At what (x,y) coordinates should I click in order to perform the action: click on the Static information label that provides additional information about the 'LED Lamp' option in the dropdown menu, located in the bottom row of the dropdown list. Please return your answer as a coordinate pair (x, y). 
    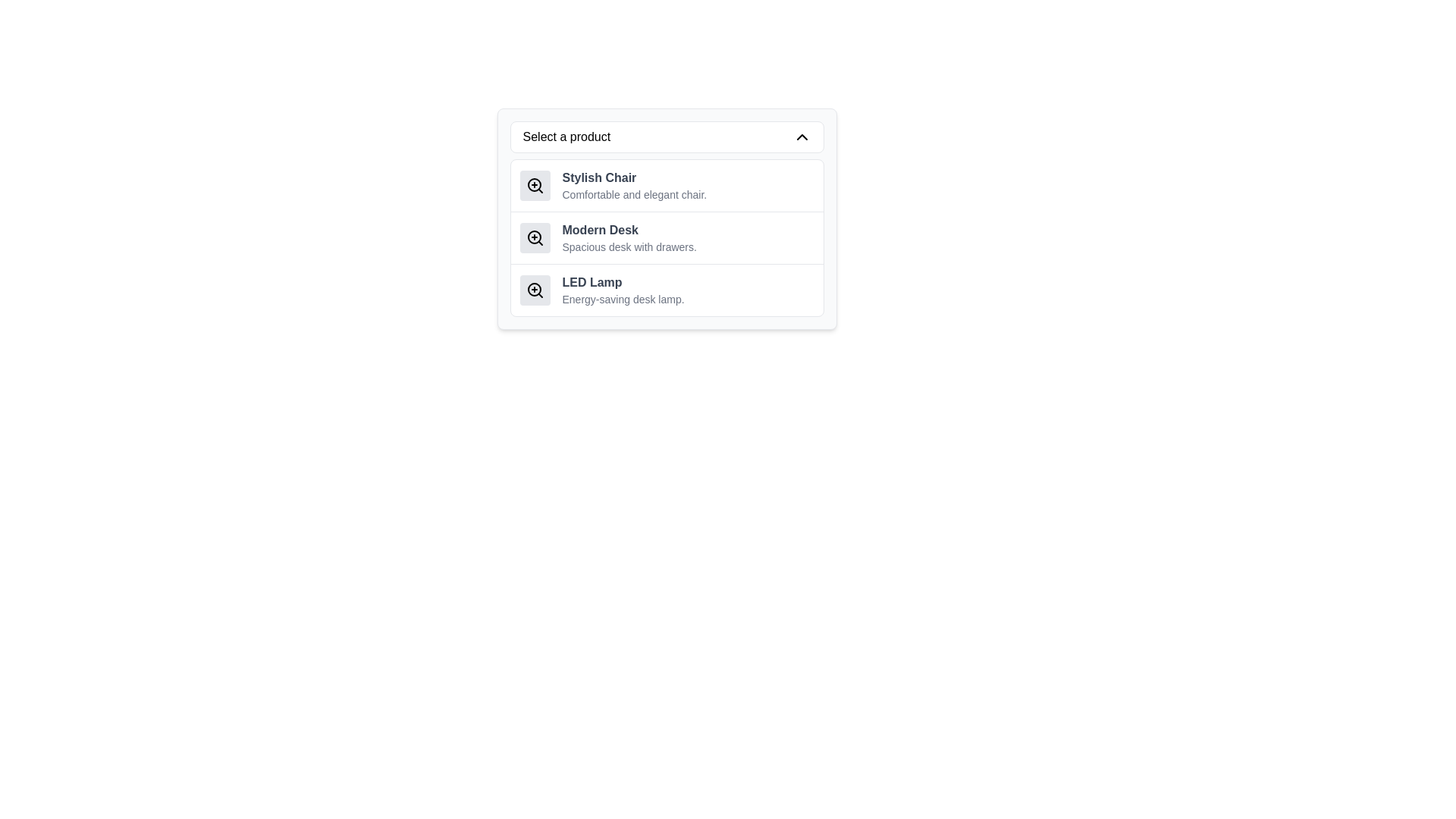
    Looking at the image, I should click on (623, 299).